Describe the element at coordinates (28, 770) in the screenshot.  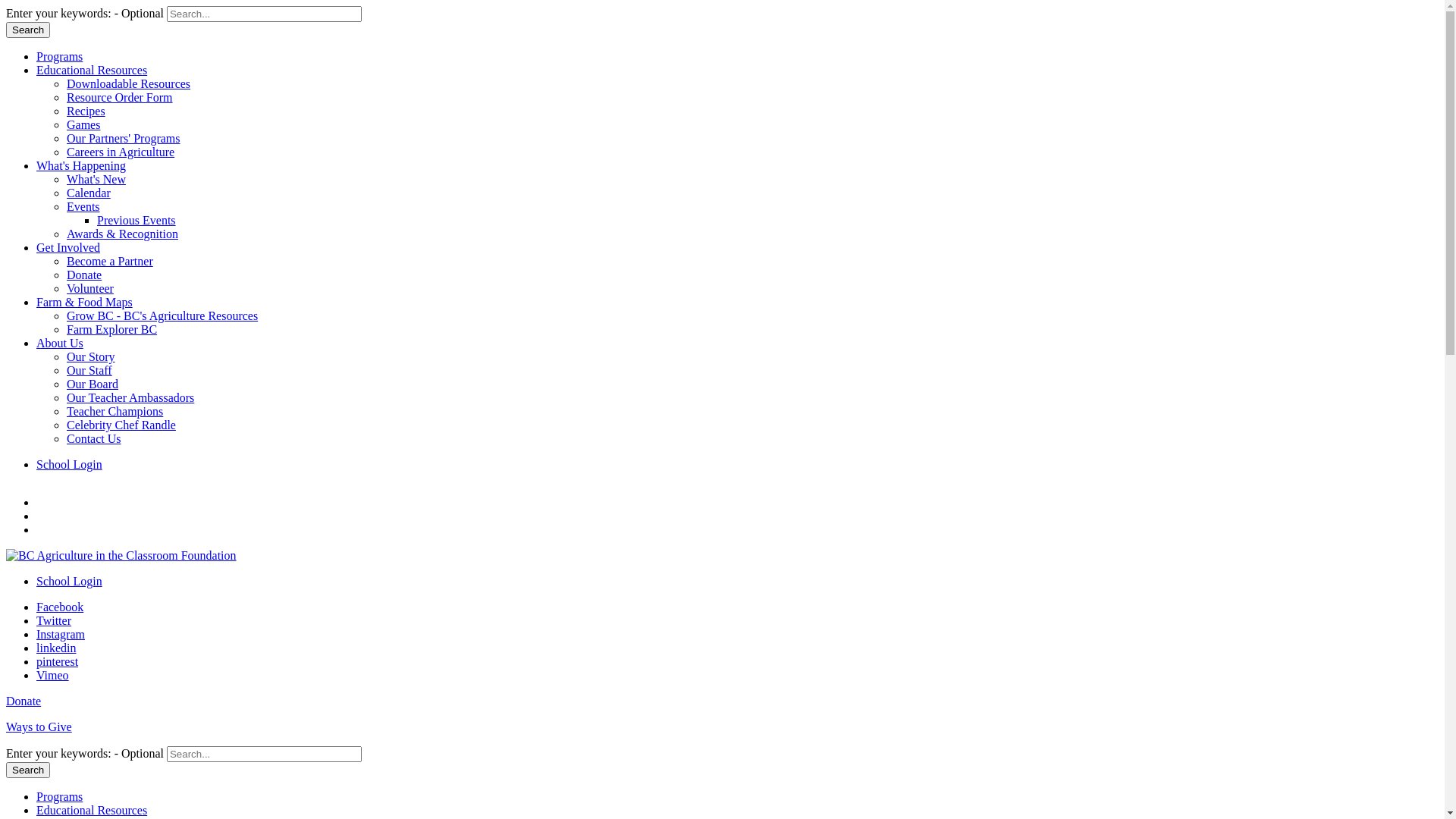
I see `'Search'` at that location.